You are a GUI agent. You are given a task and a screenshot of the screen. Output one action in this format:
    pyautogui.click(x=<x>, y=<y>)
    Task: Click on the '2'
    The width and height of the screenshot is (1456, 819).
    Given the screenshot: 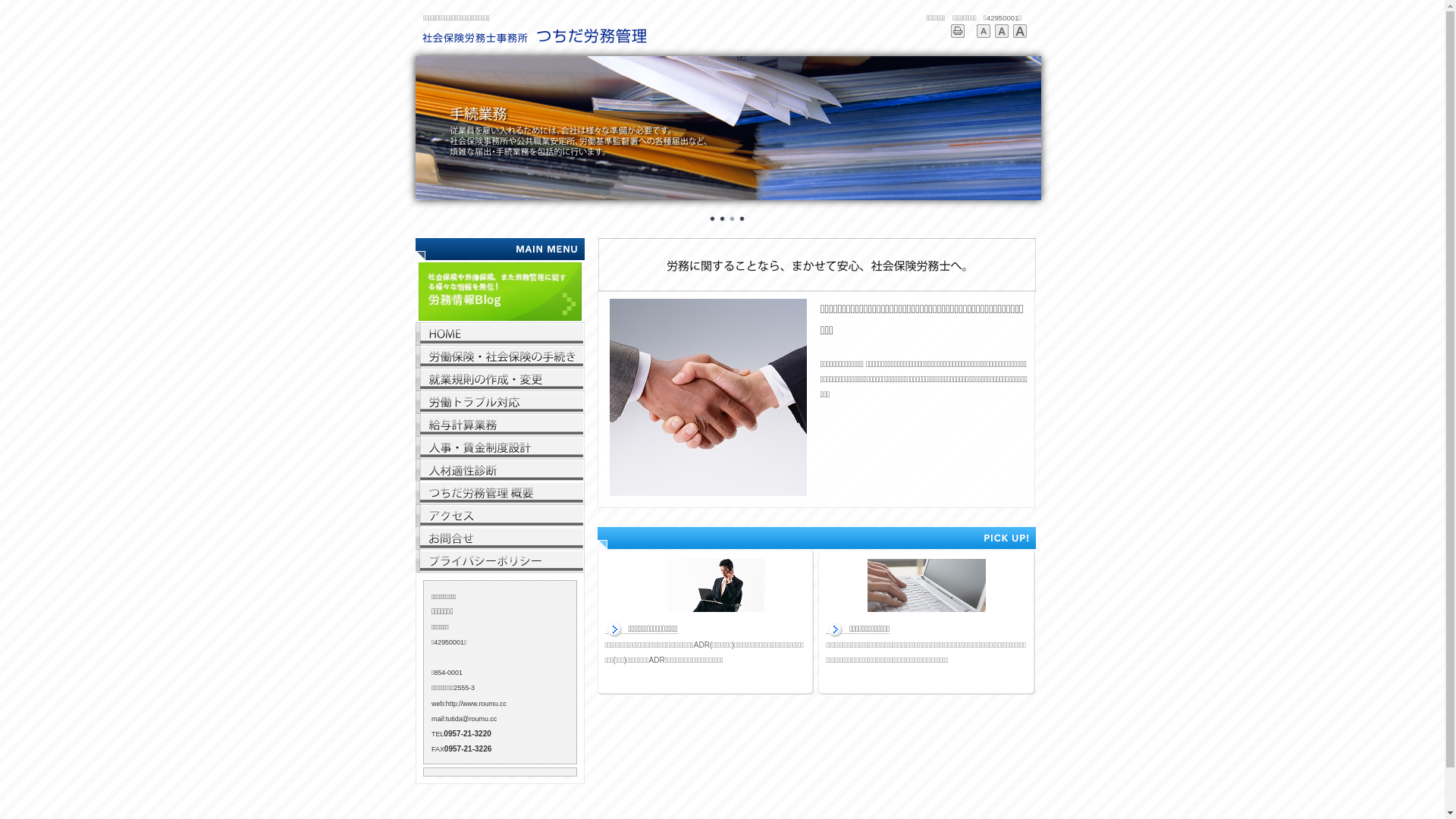 What is the action you would take?
    pyautogui.click(x=718, y=219)
    